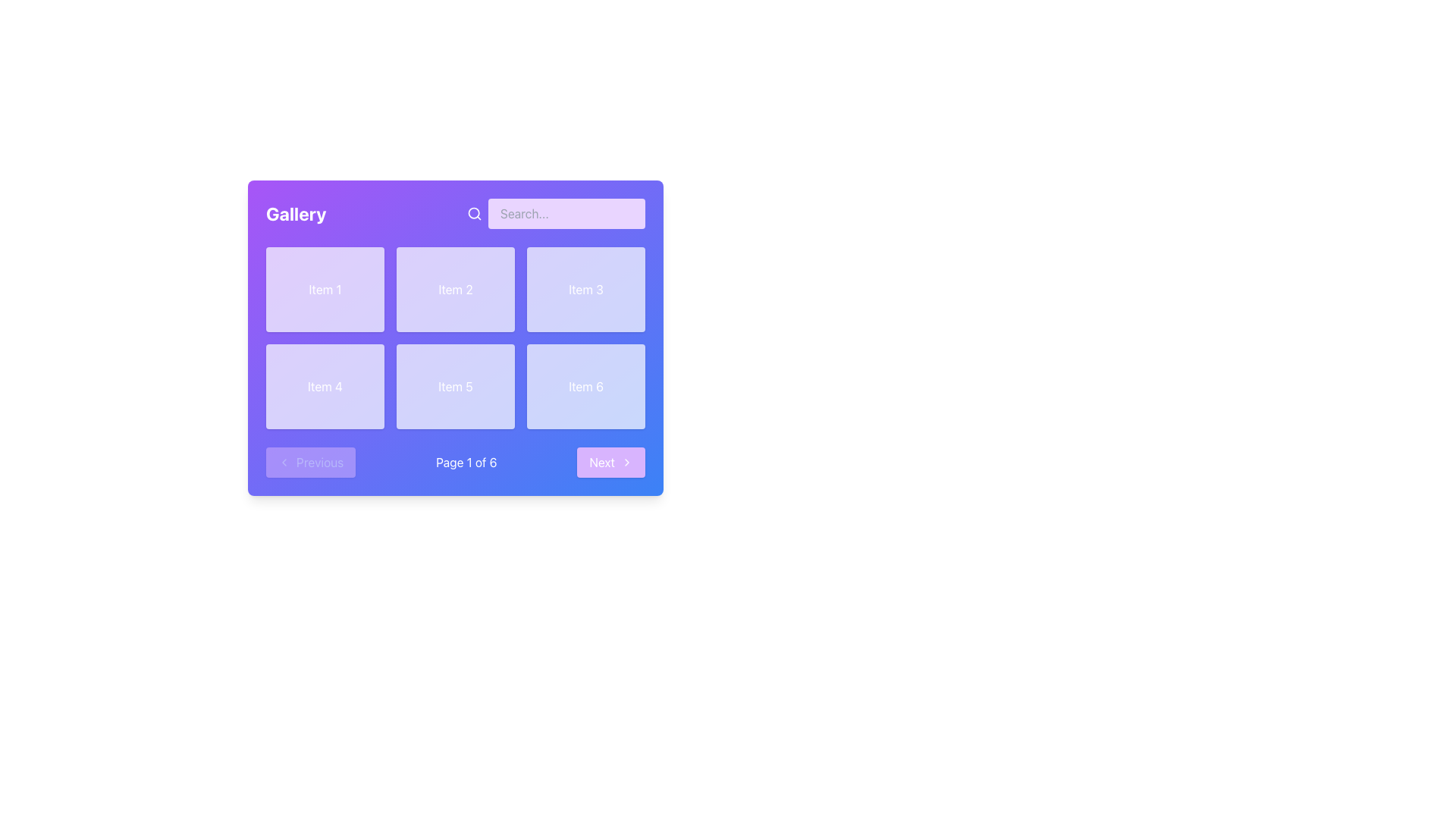 This screenshot has width=1456, height=819. What do you see at coordinates (585, 385) in the screenshot?
I see `the Text Label indicating 'Item 6' located in the lower-right section of the grid` at bounding box center [585, 385].